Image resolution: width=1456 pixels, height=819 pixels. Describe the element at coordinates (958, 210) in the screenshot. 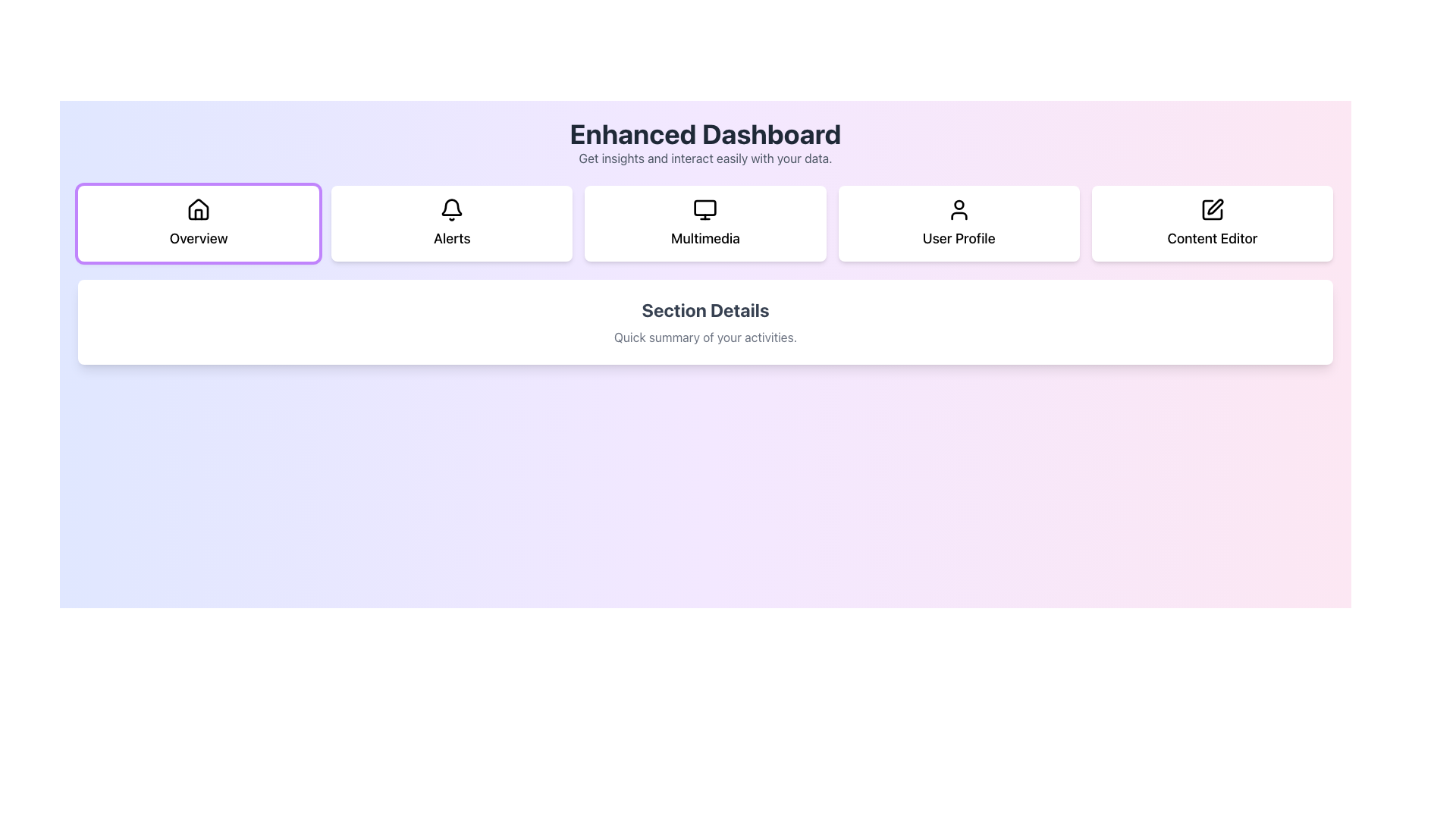

I see `the user profile icon, which is a line drawing of a simplified person, located at the top center of the 'User Profile' card in the dashboard interface` at that location.